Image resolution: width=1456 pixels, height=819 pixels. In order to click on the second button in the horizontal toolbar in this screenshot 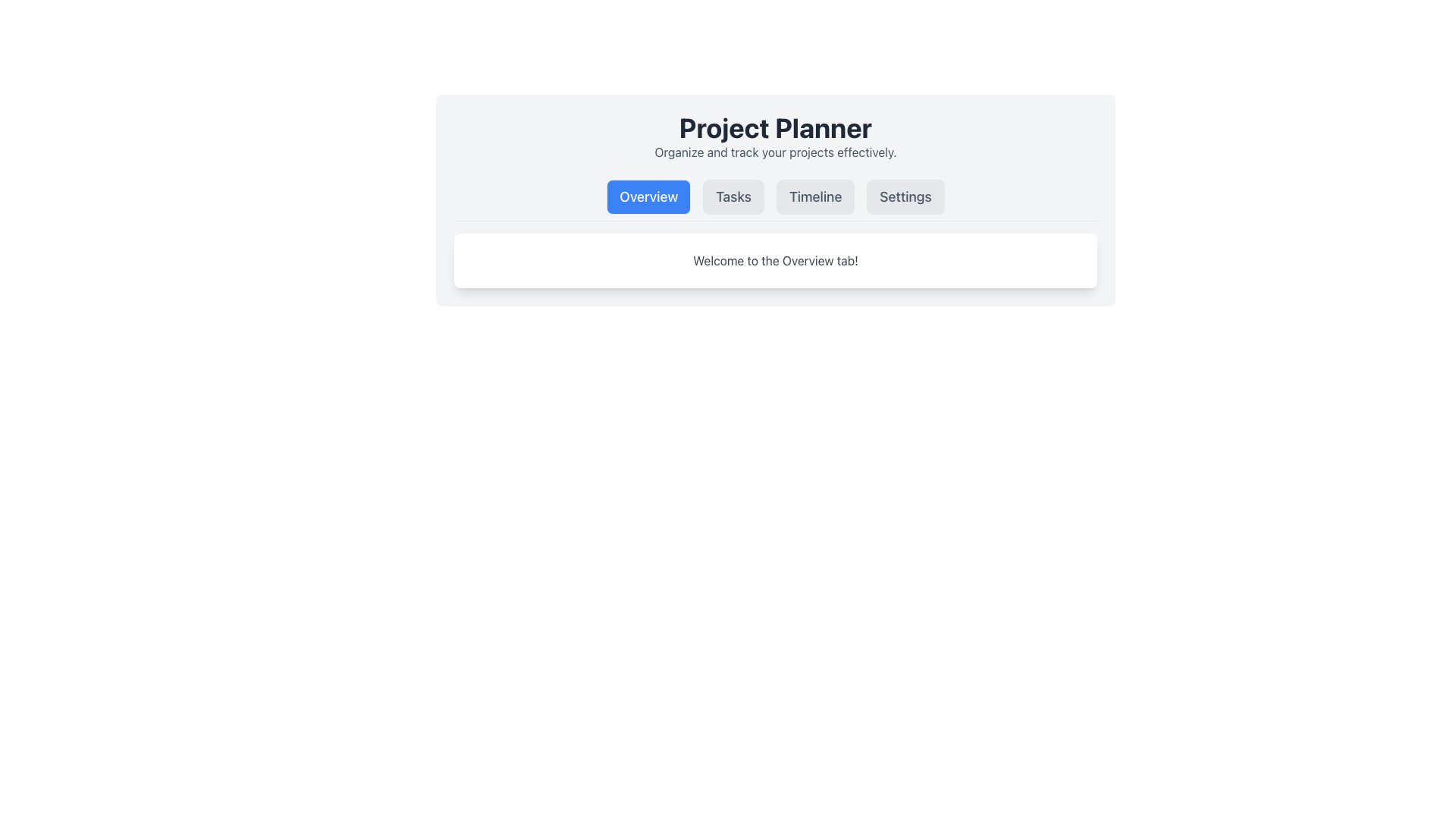, I will do `click(733, 196)`.